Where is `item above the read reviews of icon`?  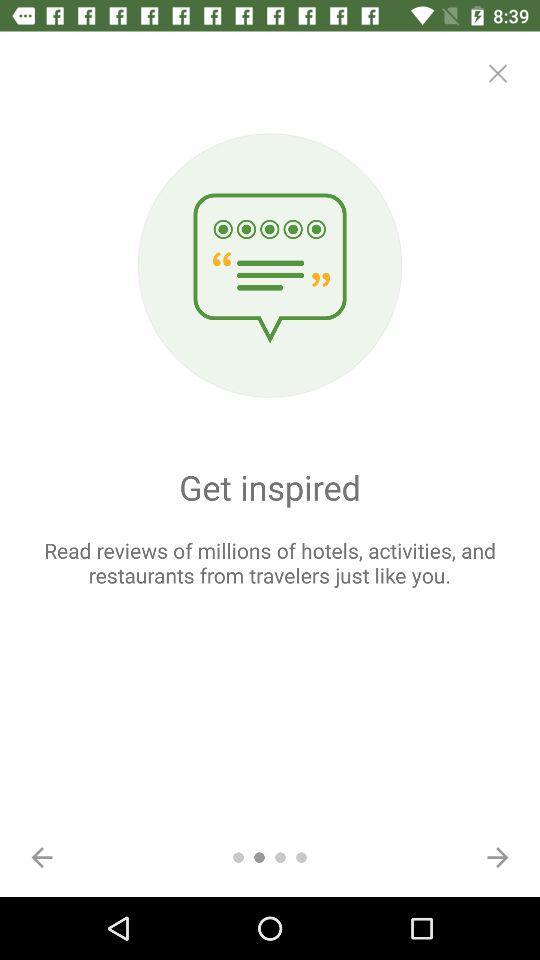 item above the read reviews of icon is located at coordinates (496, 73).